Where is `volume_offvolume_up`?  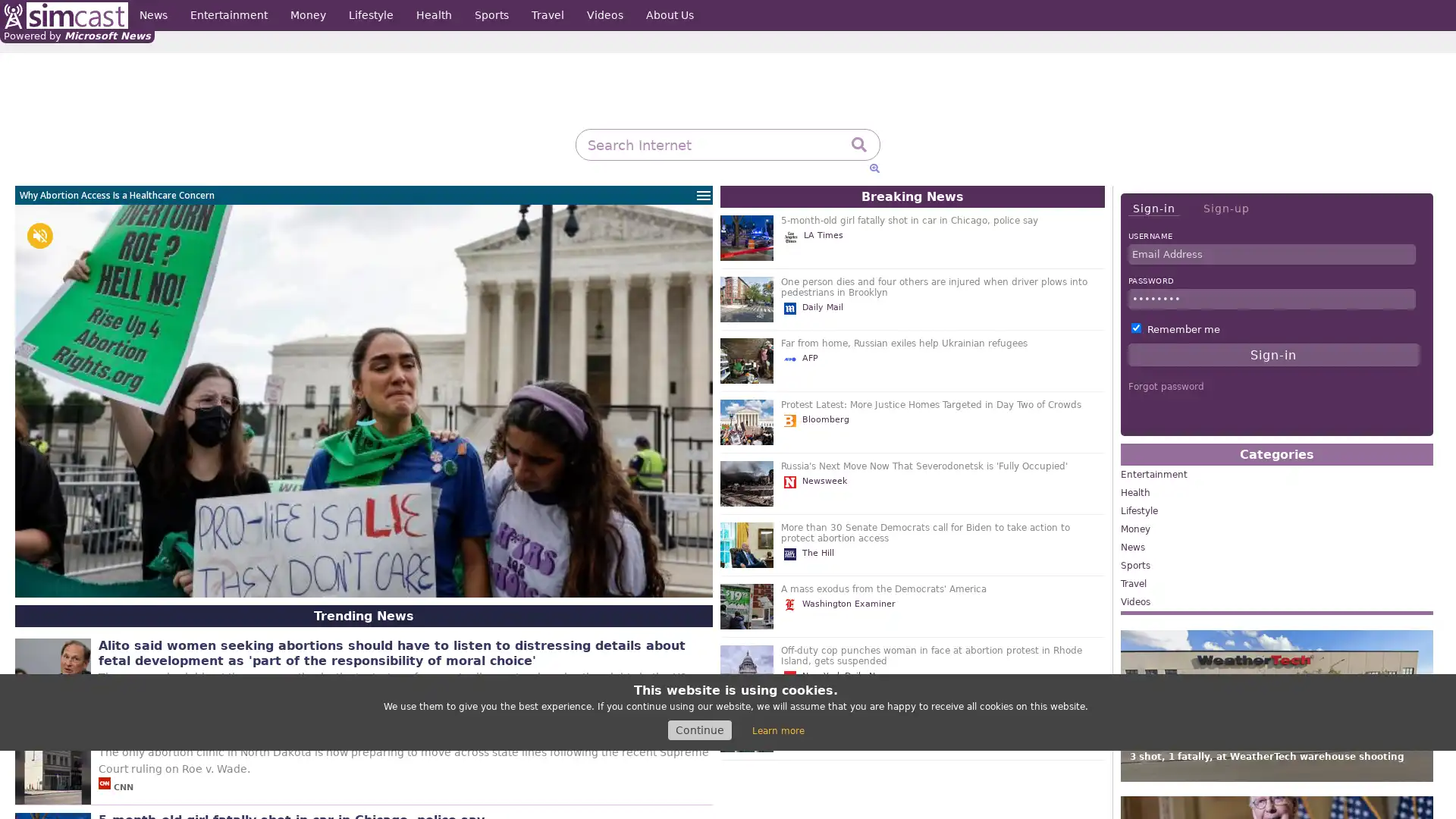
volume_offvolume_up is located at coordinates (39, 236).